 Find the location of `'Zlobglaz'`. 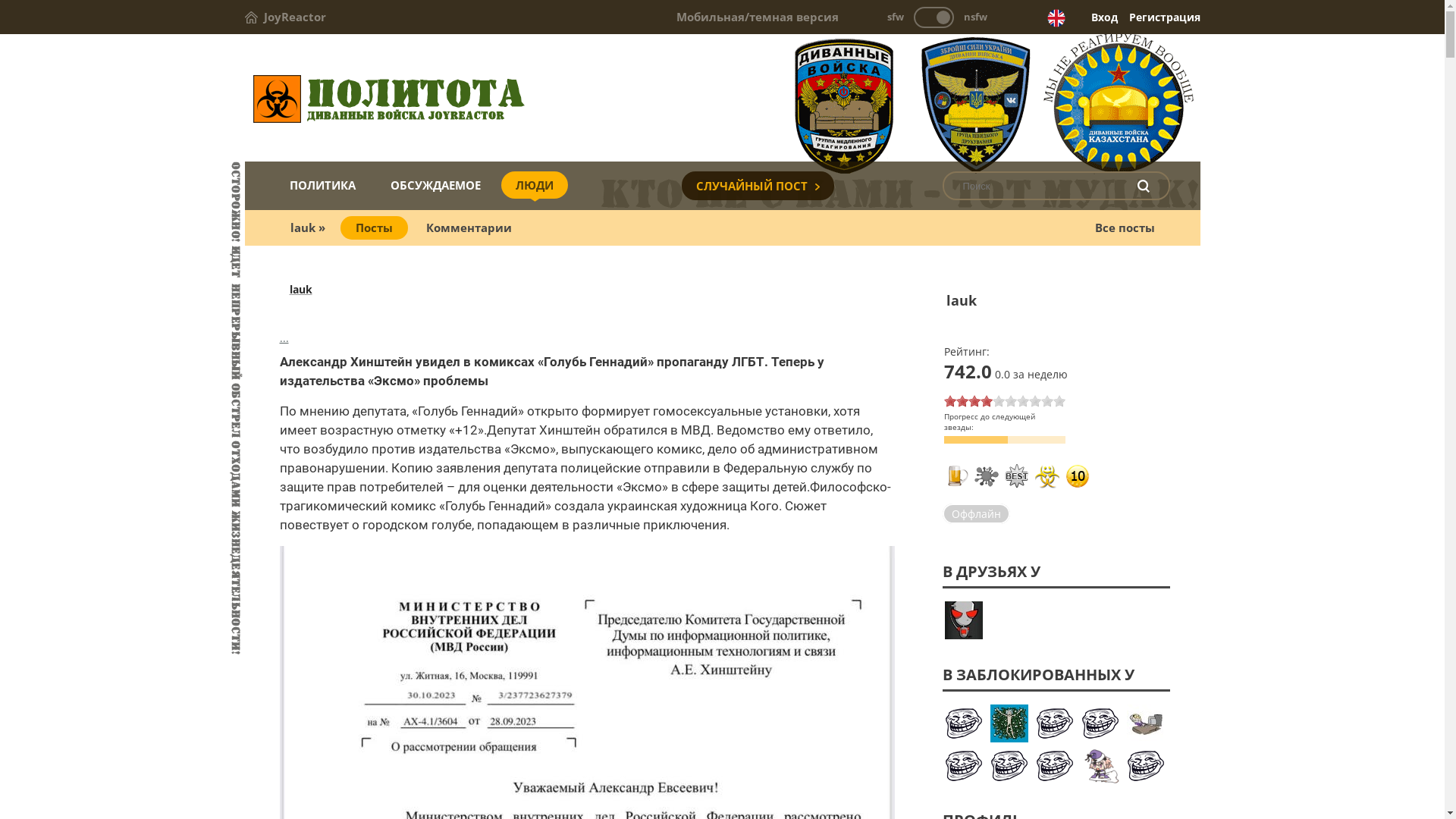

'Zlobglaz' is located at coordinates (1009, 766).